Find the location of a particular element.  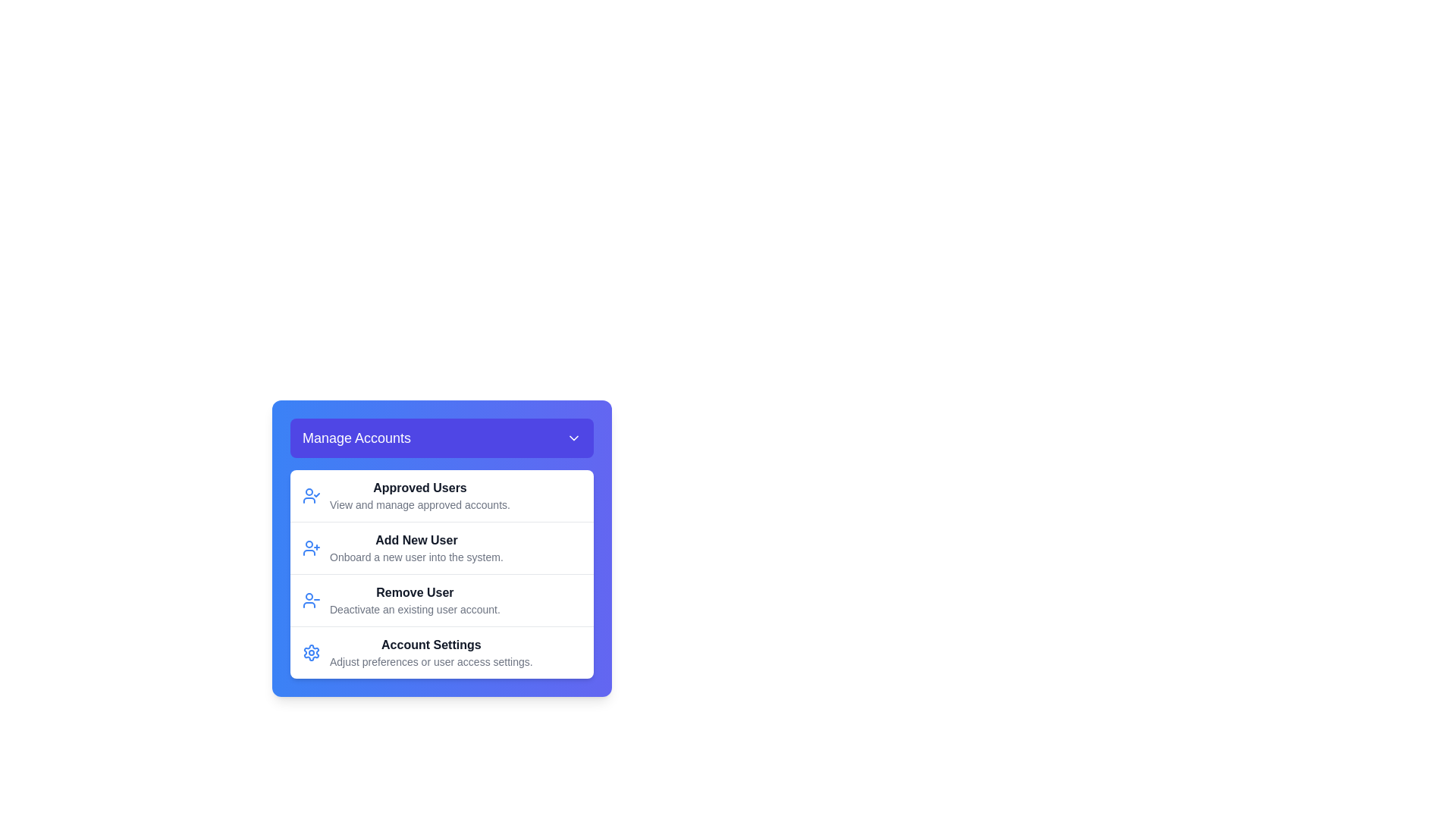

the settings icon located within the 'Account Settings' button, which is the fourth option in the dropdown menu under 'Manage Accounts' is located at coordinates (311, 651).